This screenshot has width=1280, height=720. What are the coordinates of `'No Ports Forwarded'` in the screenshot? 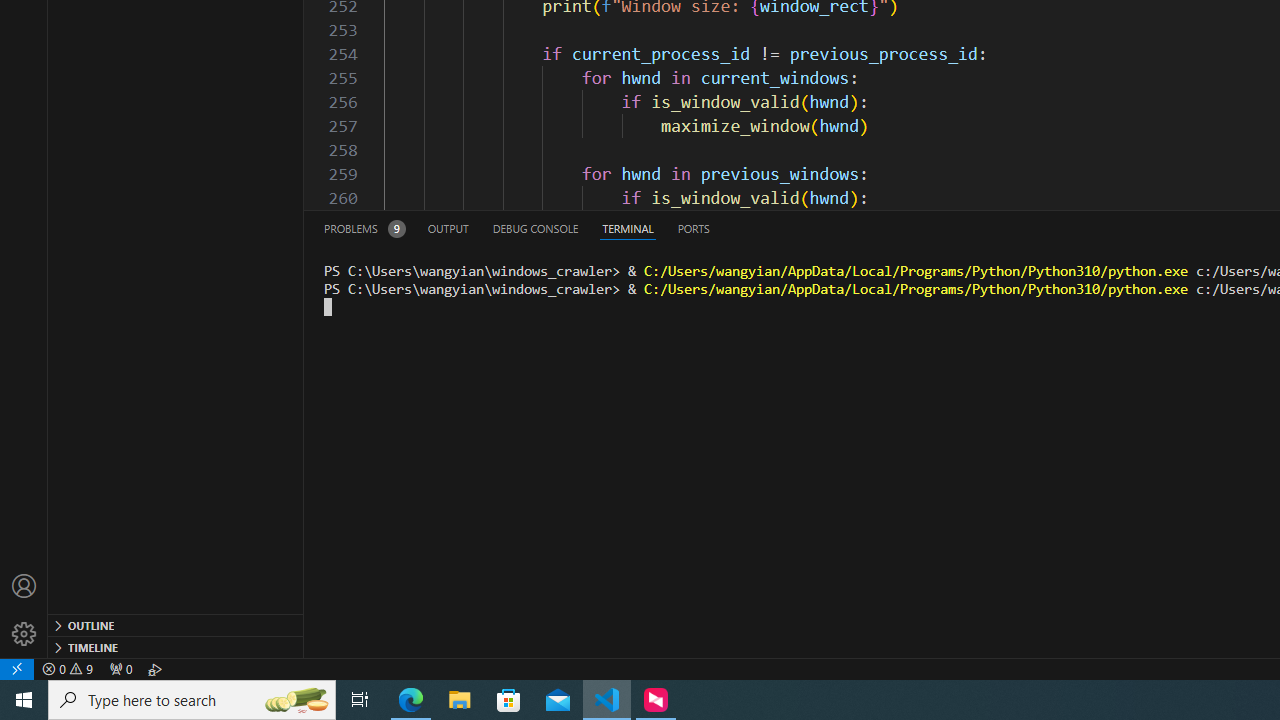 It's located at (119, 668).